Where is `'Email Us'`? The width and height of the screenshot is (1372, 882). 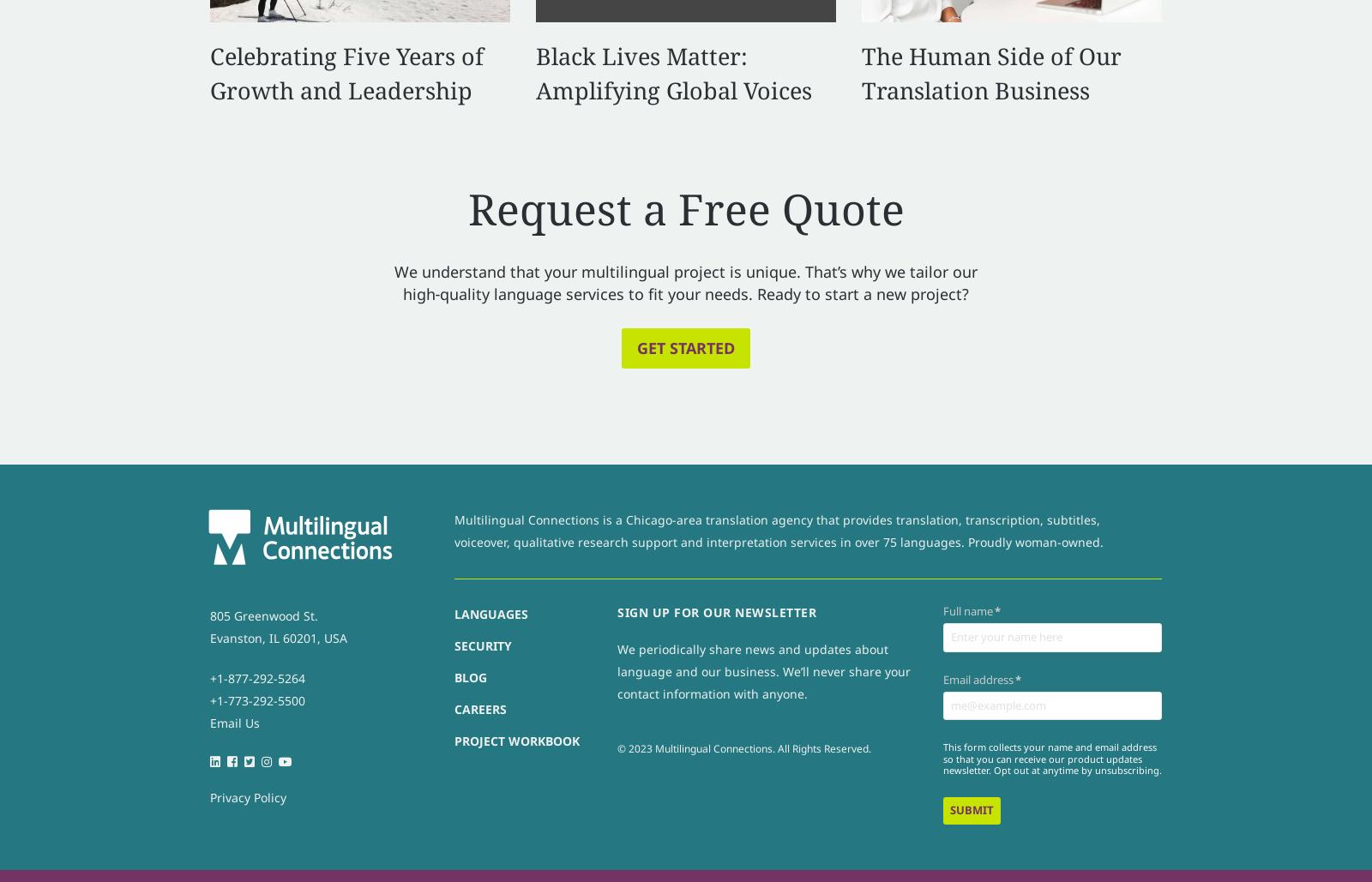 'Email Us' is located at coordinates (235, 722).